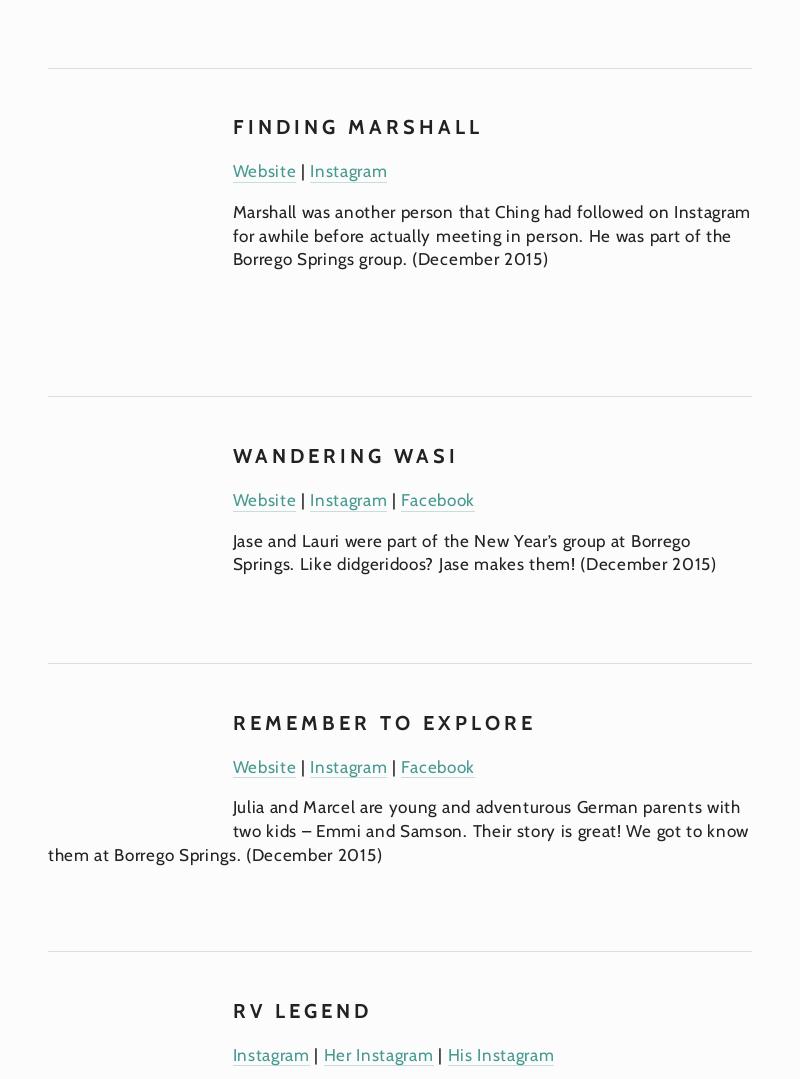  What do you see at coordinates (445, 1052) in the screenshot?
I see `'His Instagram'` at bounding box center [445, 1052].